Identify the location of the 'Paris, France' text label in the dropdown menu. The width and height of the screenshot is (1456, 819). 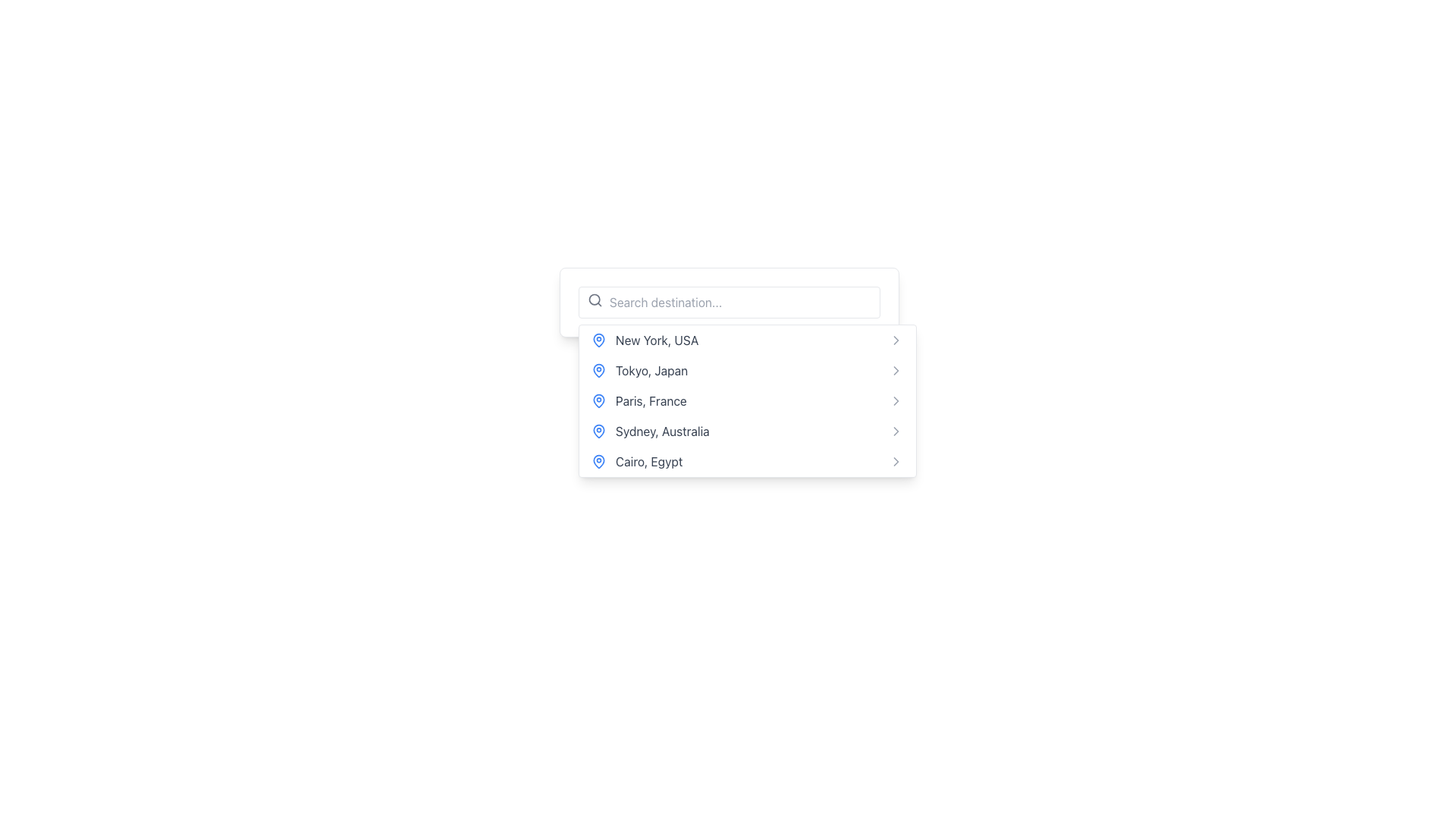
(651, 400).